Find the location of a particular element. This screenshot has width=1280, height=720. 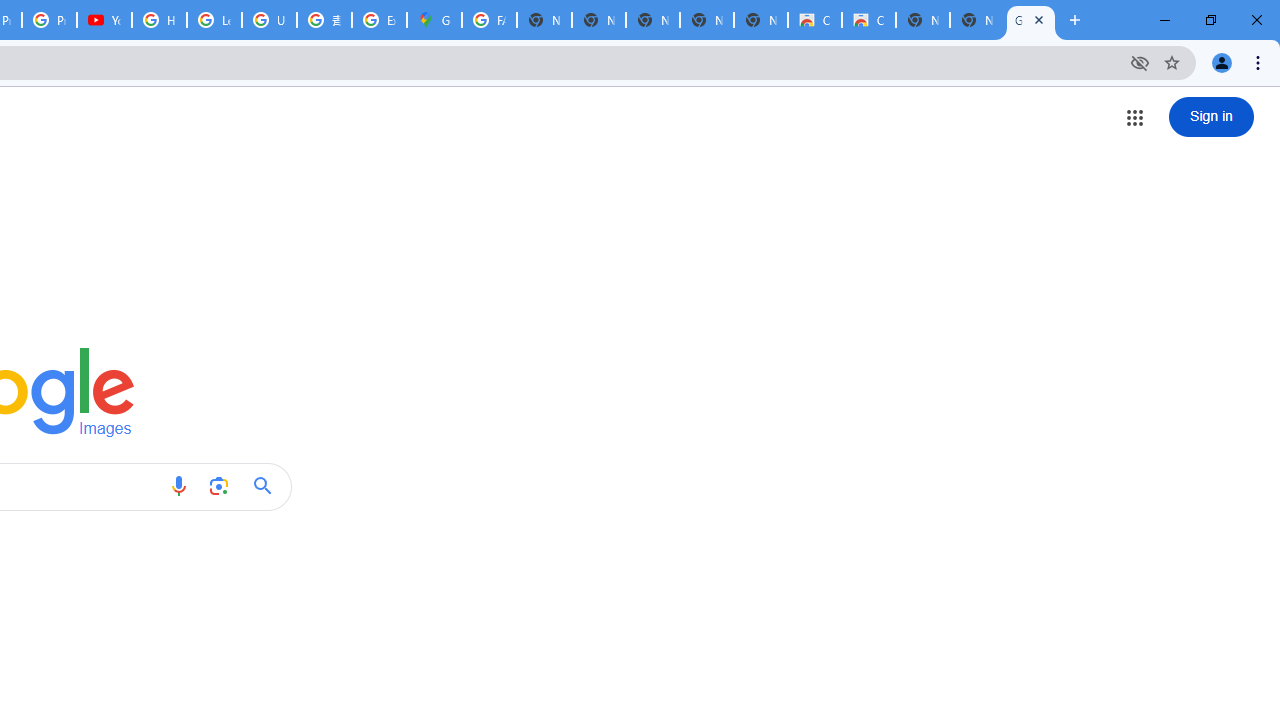

'Classic Blue - Chrome Web Store' is located at coordinates (869, 20).